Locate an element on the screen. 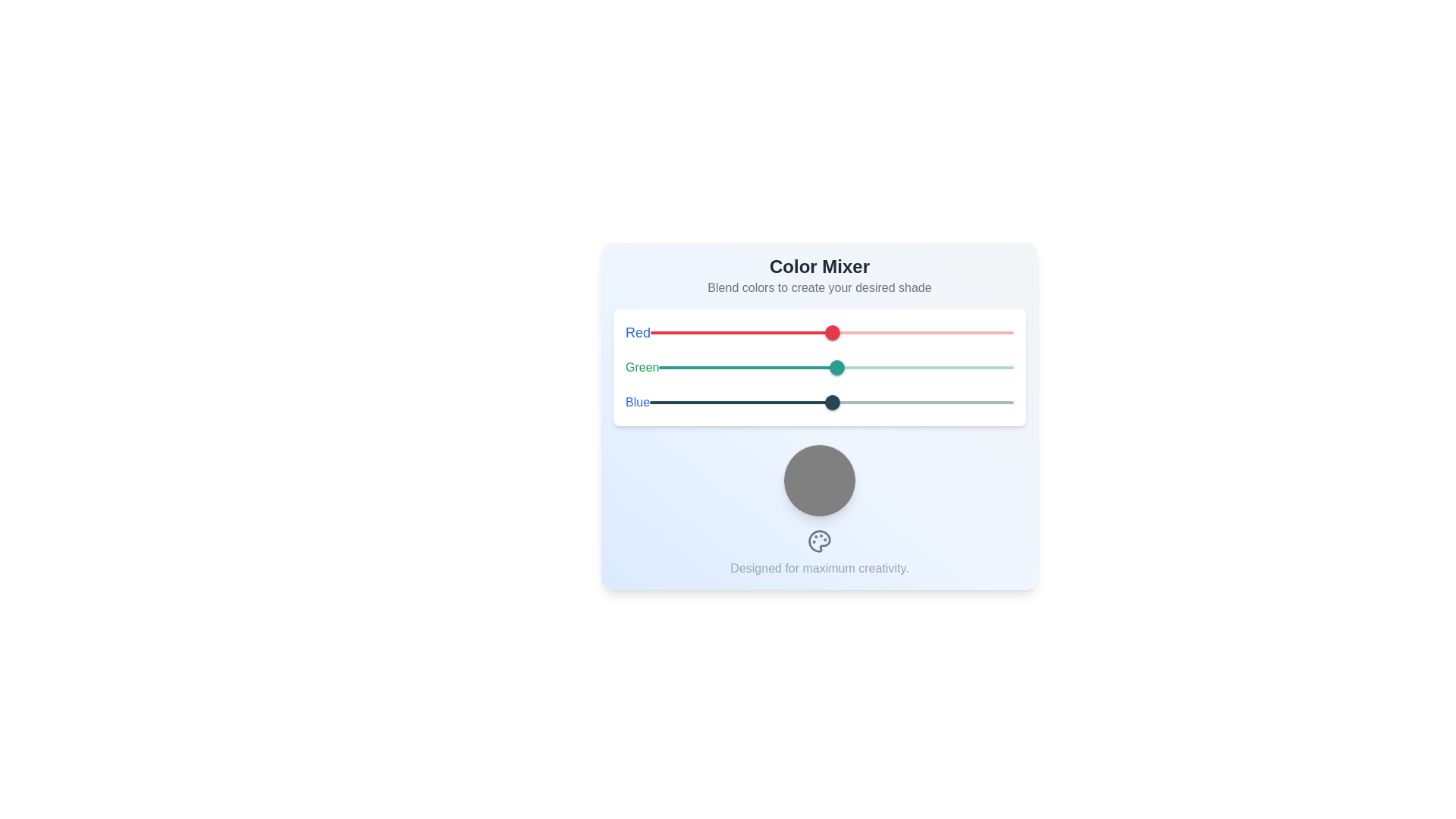  the red component of the color is located at coordinates (827, 332).